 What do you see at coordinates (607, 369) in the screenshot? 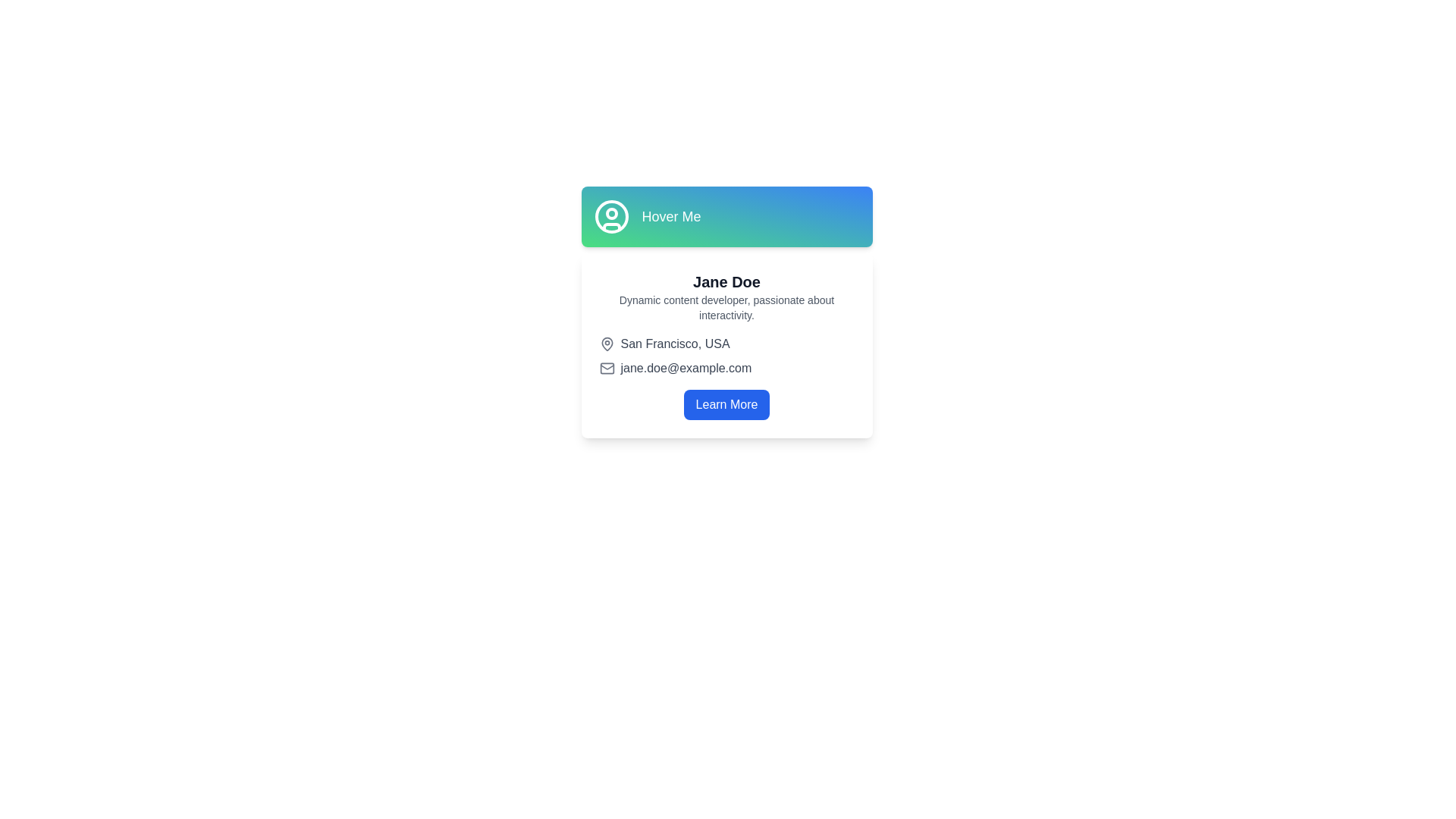
I see `the shape within the mail icon, which serves as a background for the email feature in the profile card layout` at bounding box center [607, 369].